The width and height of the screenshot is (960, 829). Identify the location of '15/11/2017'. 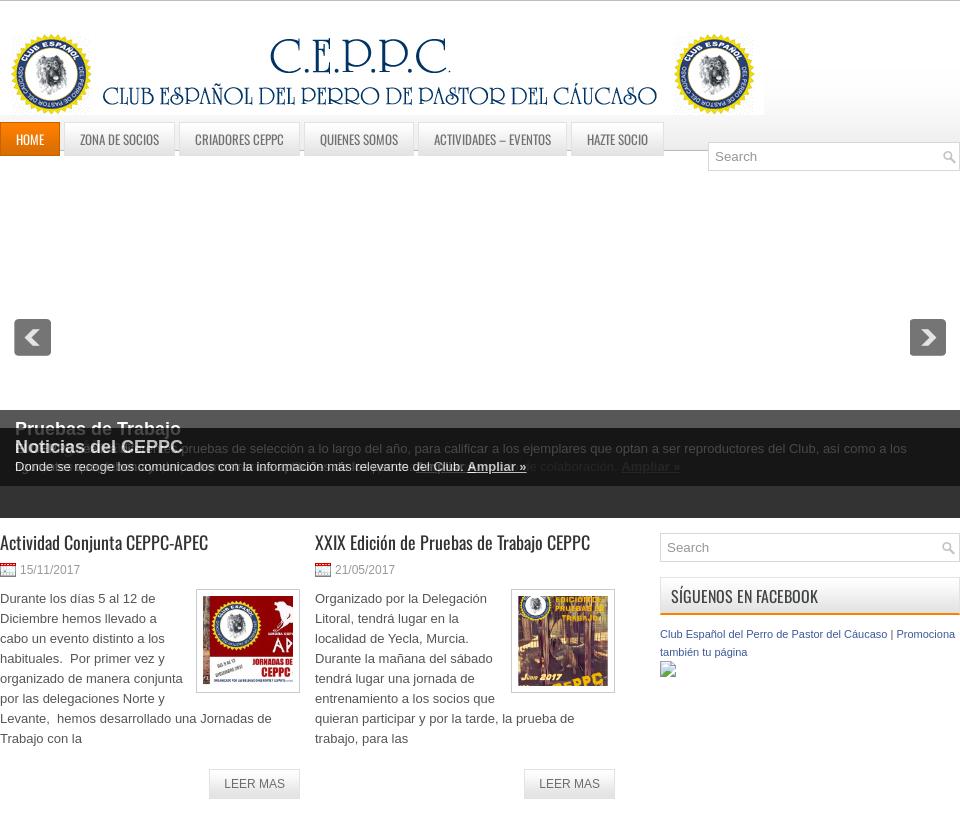
(49, 569).